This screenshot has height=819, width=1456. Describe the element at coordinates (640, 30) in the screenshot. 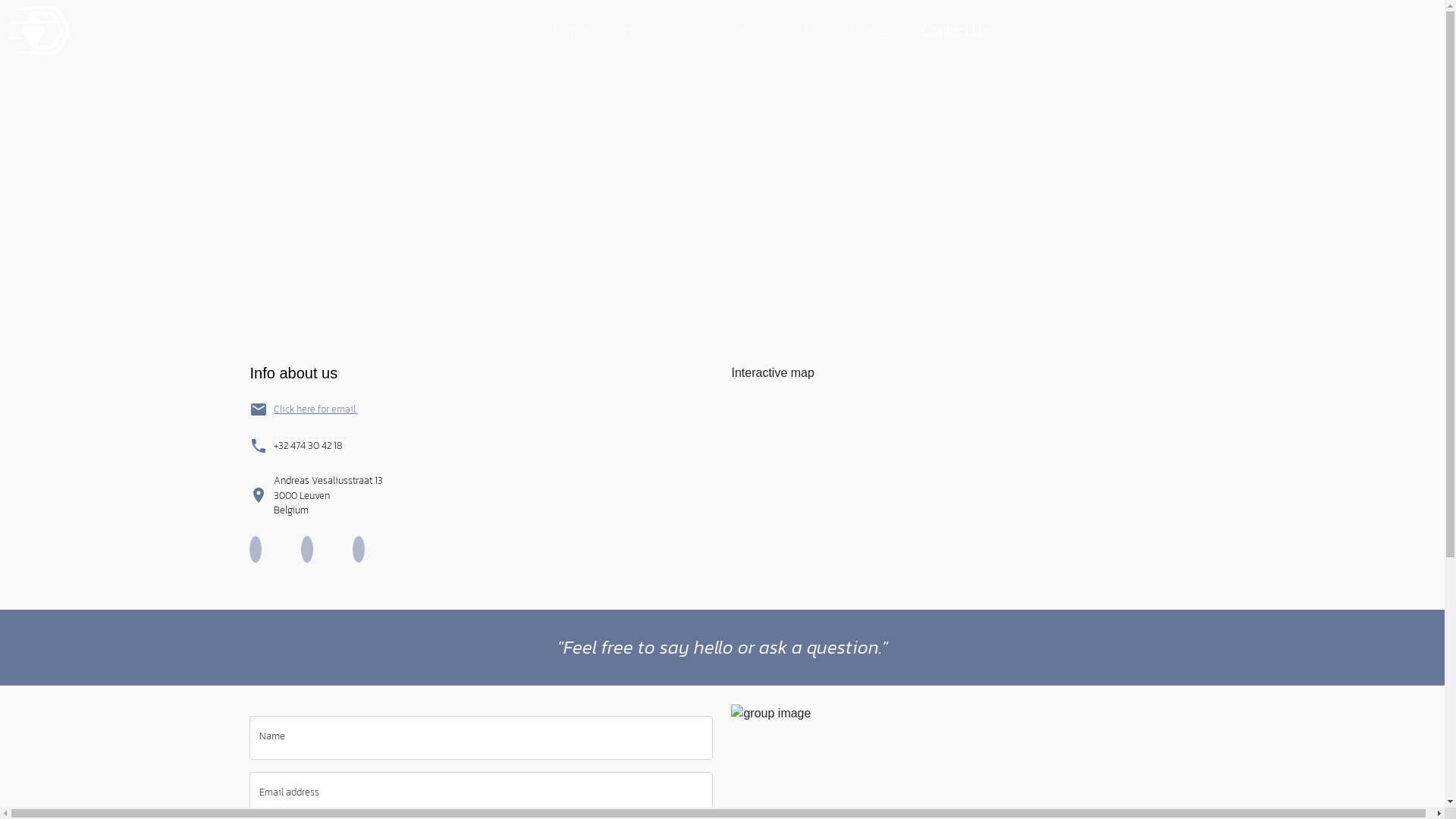

I see `'Our Plan'` at that location.